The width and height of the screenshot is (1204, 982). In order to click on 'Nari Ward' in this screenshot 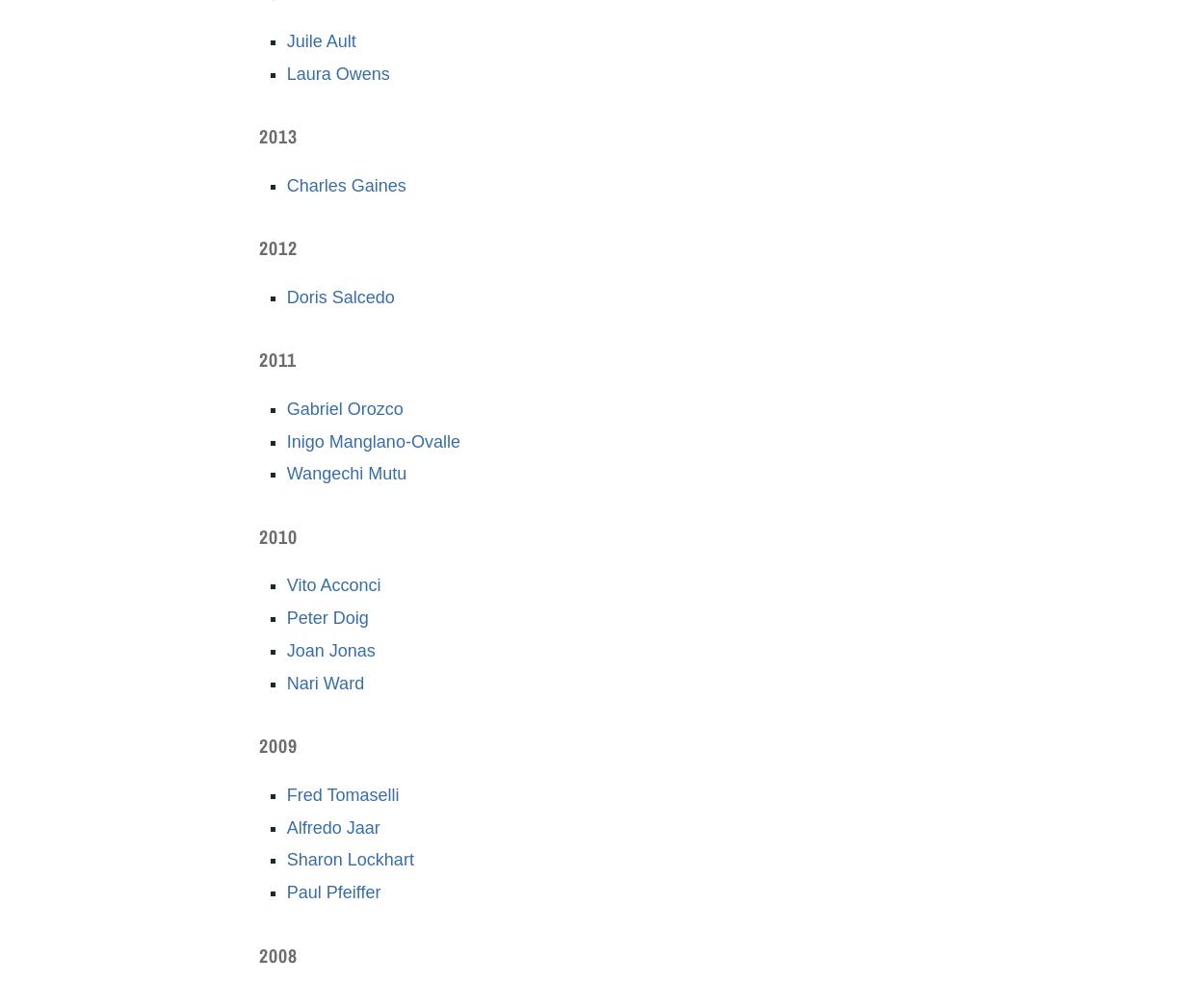, I will do `click(324, 682)`.